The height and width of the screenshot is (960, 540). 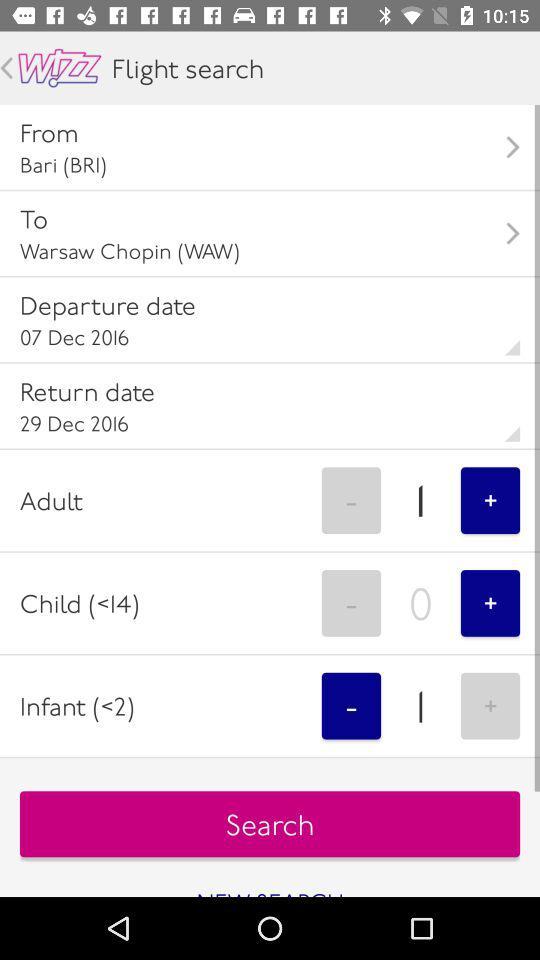 What do you see at coordinates (350, 499) in the screenshot?
I see `icon next to the 1 item` at bounding box center [350, 499].